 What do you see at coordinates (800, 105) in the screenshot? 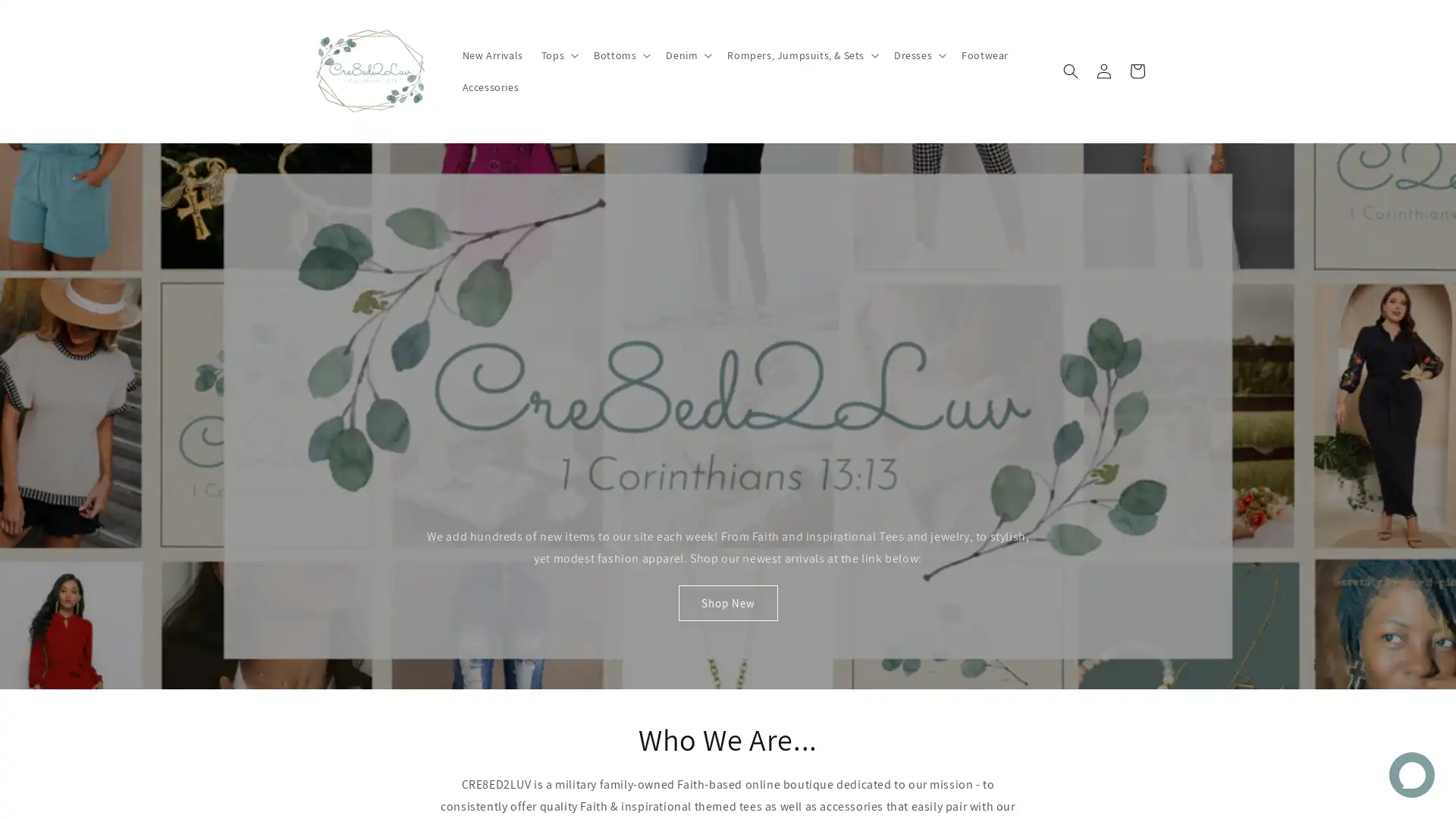
I see `Rompers, Jumpsuits, & Sets` at bounding box center [800, 105].